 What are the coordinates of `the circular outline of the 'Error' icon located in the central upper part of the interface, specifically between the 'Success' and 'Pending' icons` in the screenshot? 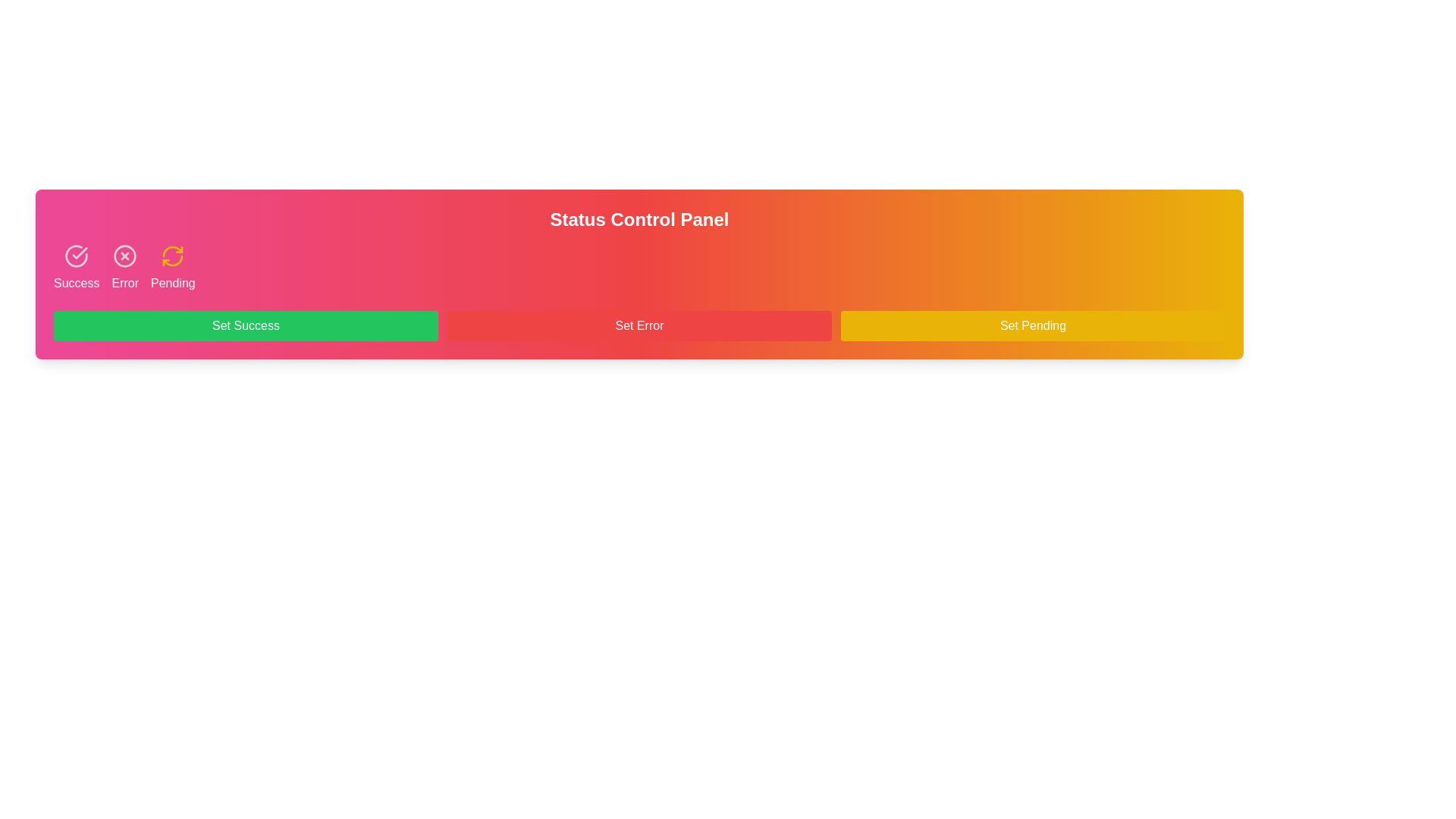 It's located at (125, 256).